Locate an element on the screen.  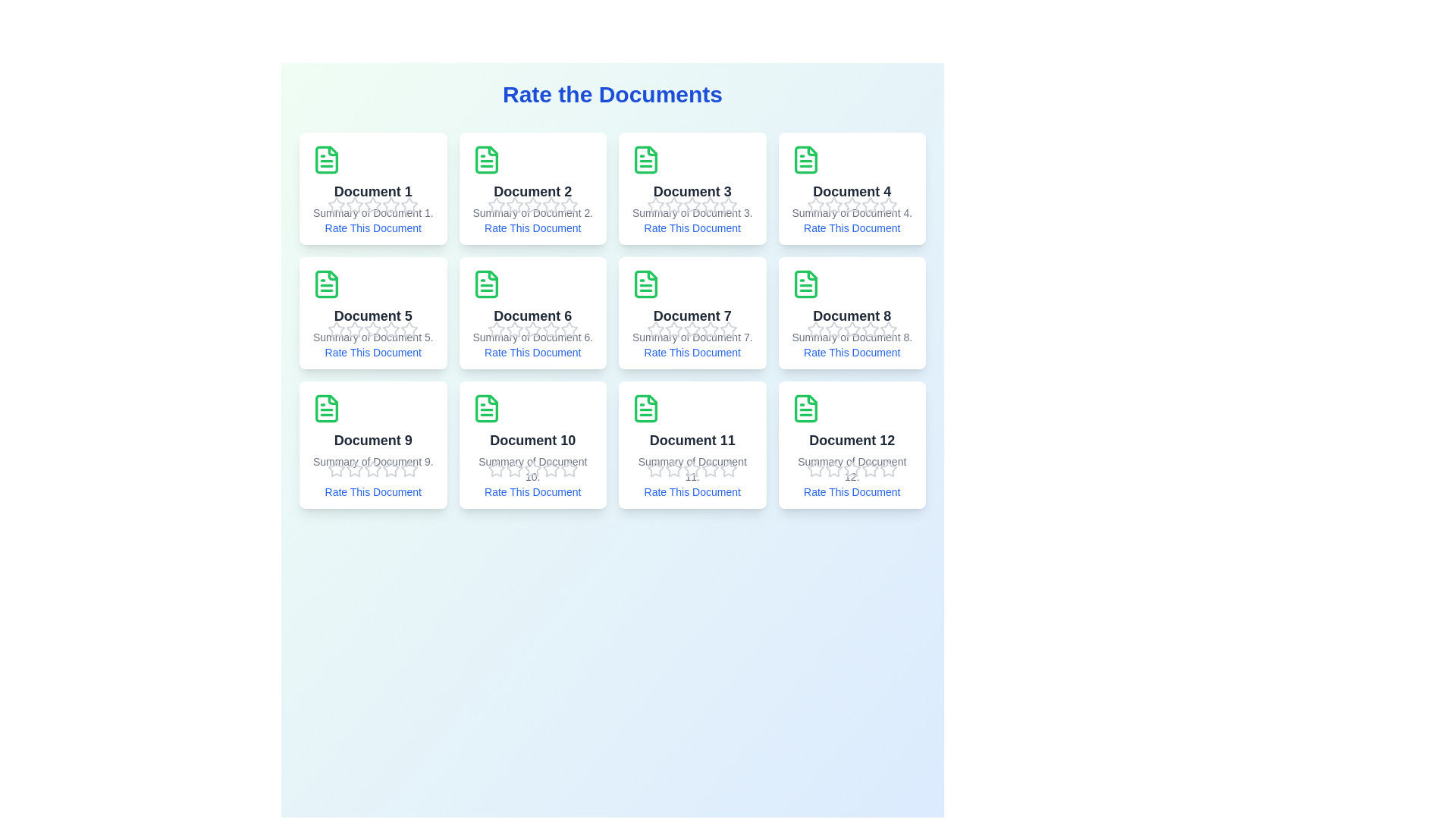
the star corresponding to the rating 2 to preview the rating is located at coordinates (354, 205).